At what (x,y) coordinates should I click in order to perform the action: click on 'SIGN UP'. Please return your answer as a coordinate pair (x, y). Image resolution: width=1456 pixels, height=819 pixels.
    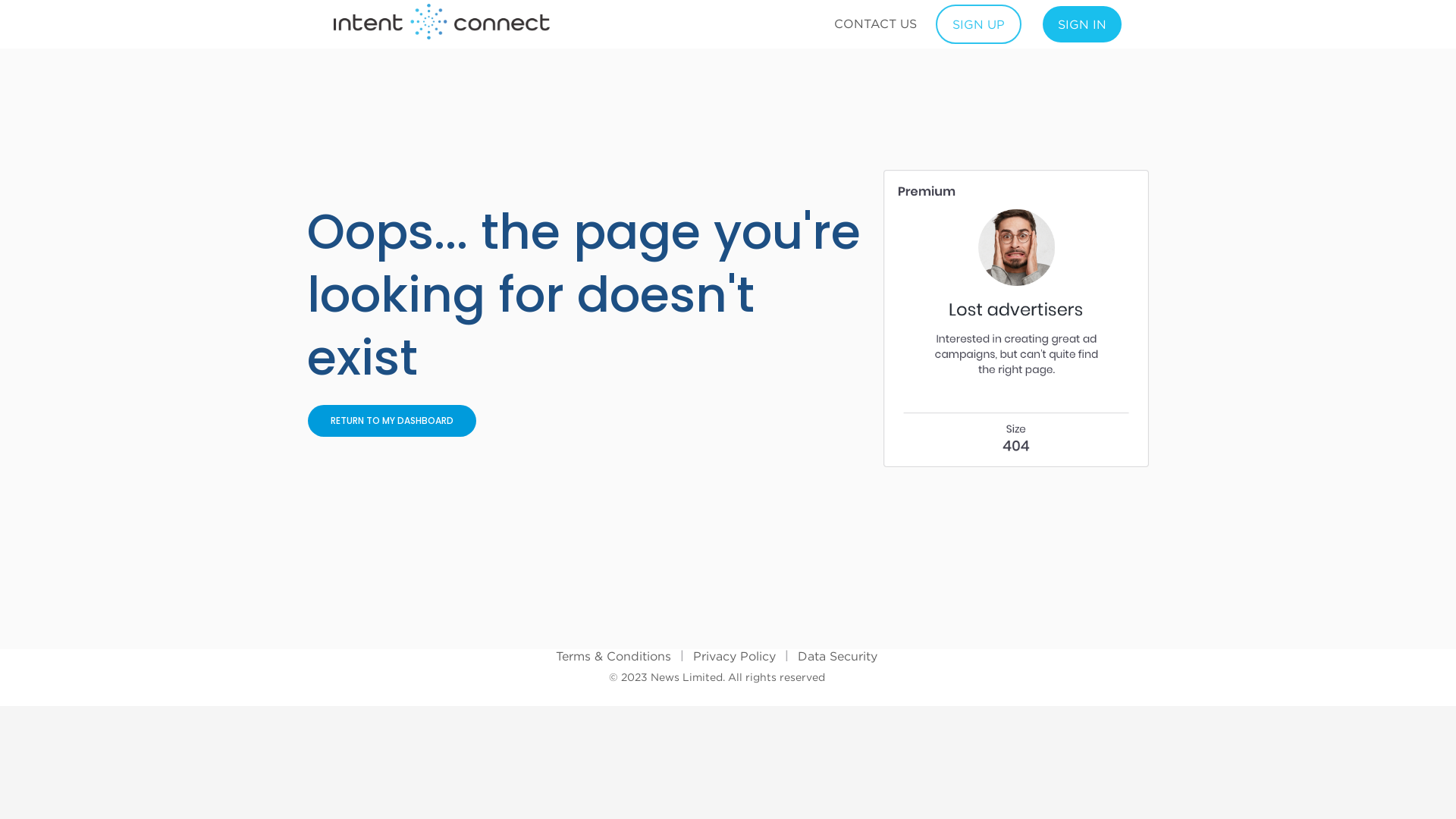
    Looking at the image, I should click on (934, 24).